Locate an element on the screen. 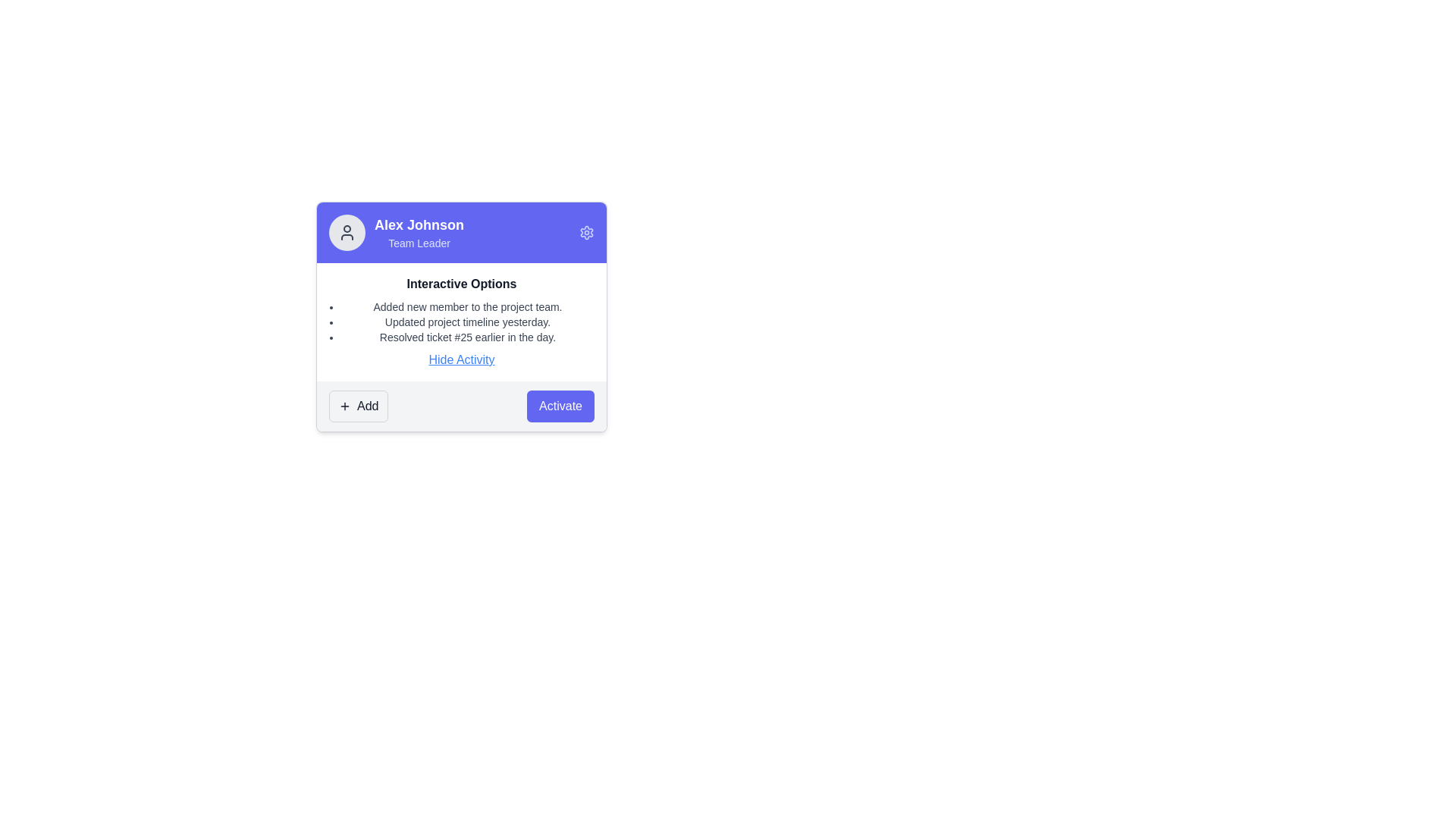 Image resolution: width=1456 pixels, height=819 pixels. text element displaying 'Resolved ticket #25 earlier in the day.' which is the third item in the bulleted list of the 'Interactive Options' section is located at coordinates (467, 336).